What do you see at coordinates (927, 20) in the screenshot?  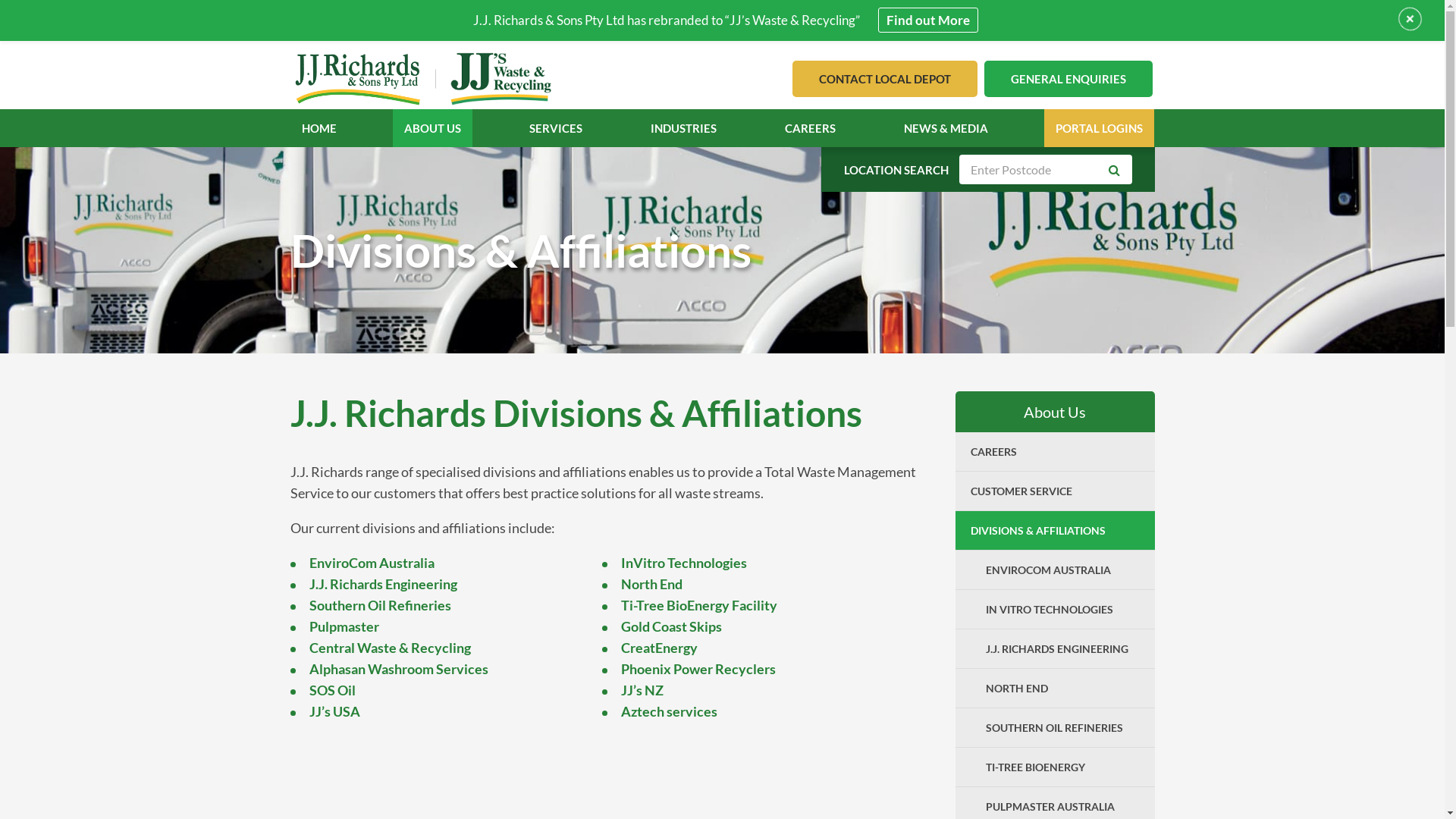 I see `'Find out More'` at bounding box center [927, 20].